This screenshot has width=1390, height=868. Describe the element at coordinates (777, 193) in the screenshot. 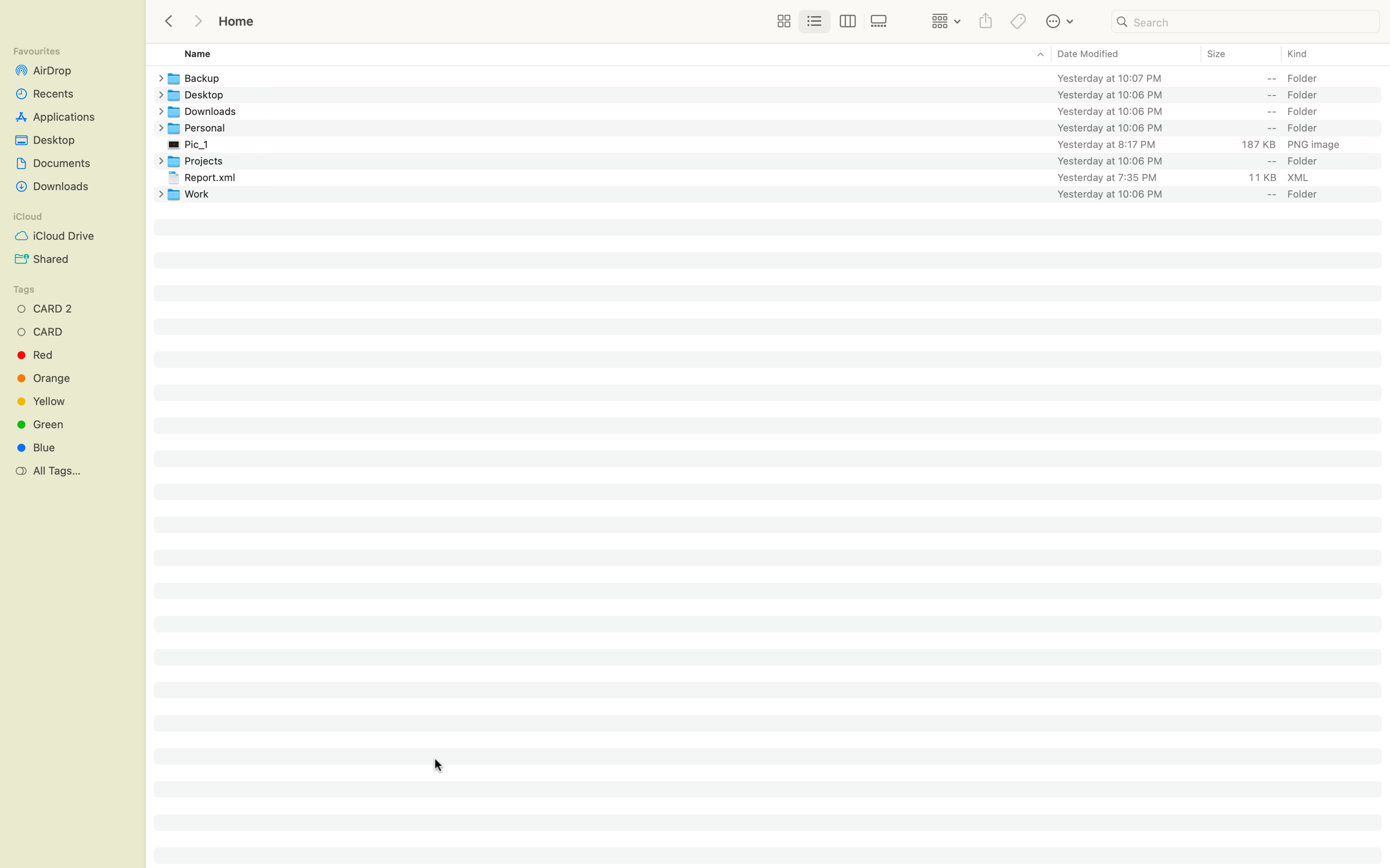

I see `Through the right click function, remove the last directory in the sequence` at that location.